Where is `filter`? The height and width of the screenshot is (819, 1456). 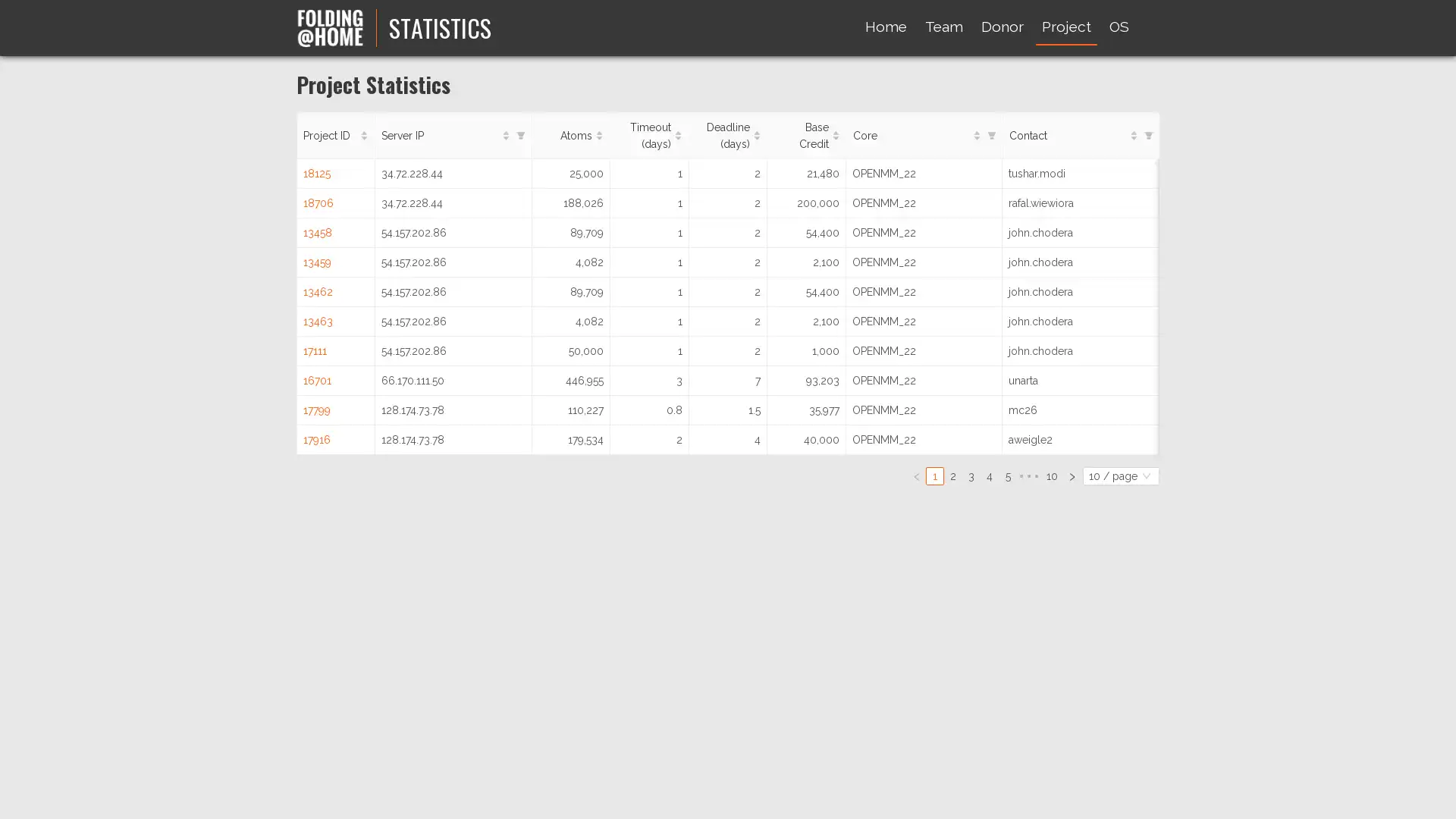 filter is located at coordinates (990, 134).